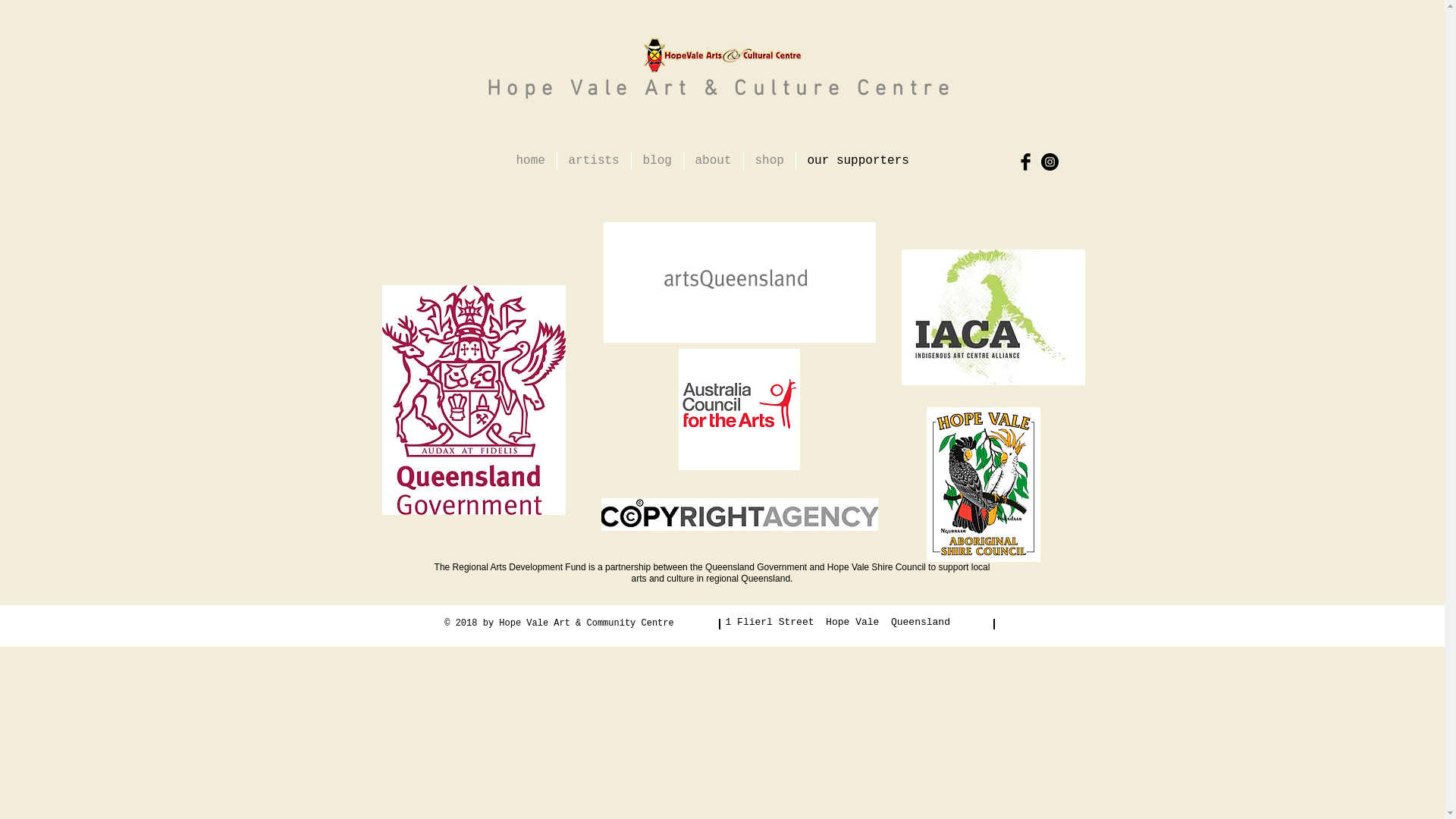 Image resolution: width=1456 pixels, height=819 pixels. Describe the element at coordinates (531, 161) in the screenshot. I see `'home'` at that location.